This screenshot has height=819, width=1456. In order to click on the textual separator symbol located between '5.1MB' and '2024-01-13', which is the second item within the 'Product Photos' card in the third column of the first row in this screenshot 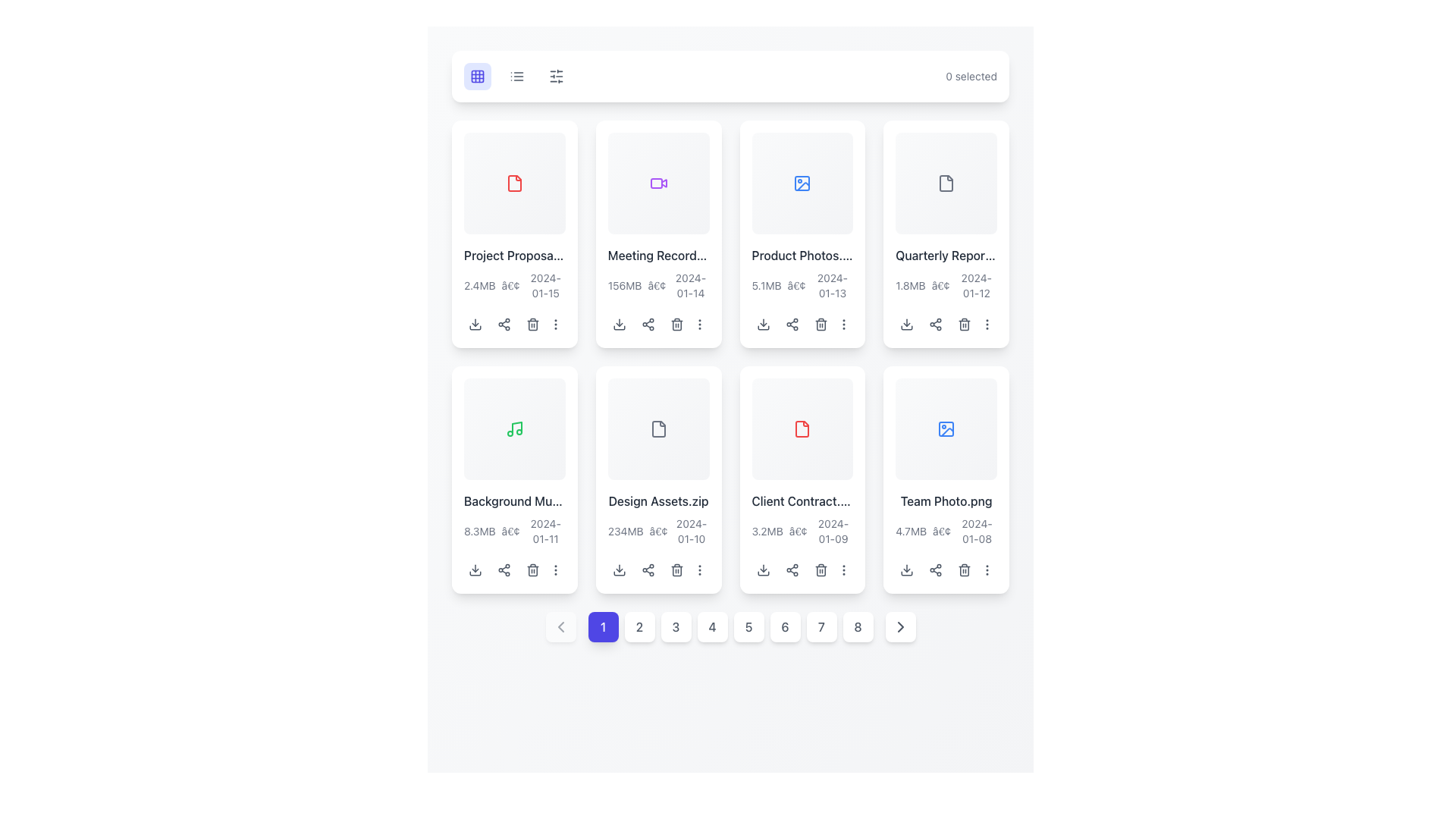, I will do `click(795, 285)`.